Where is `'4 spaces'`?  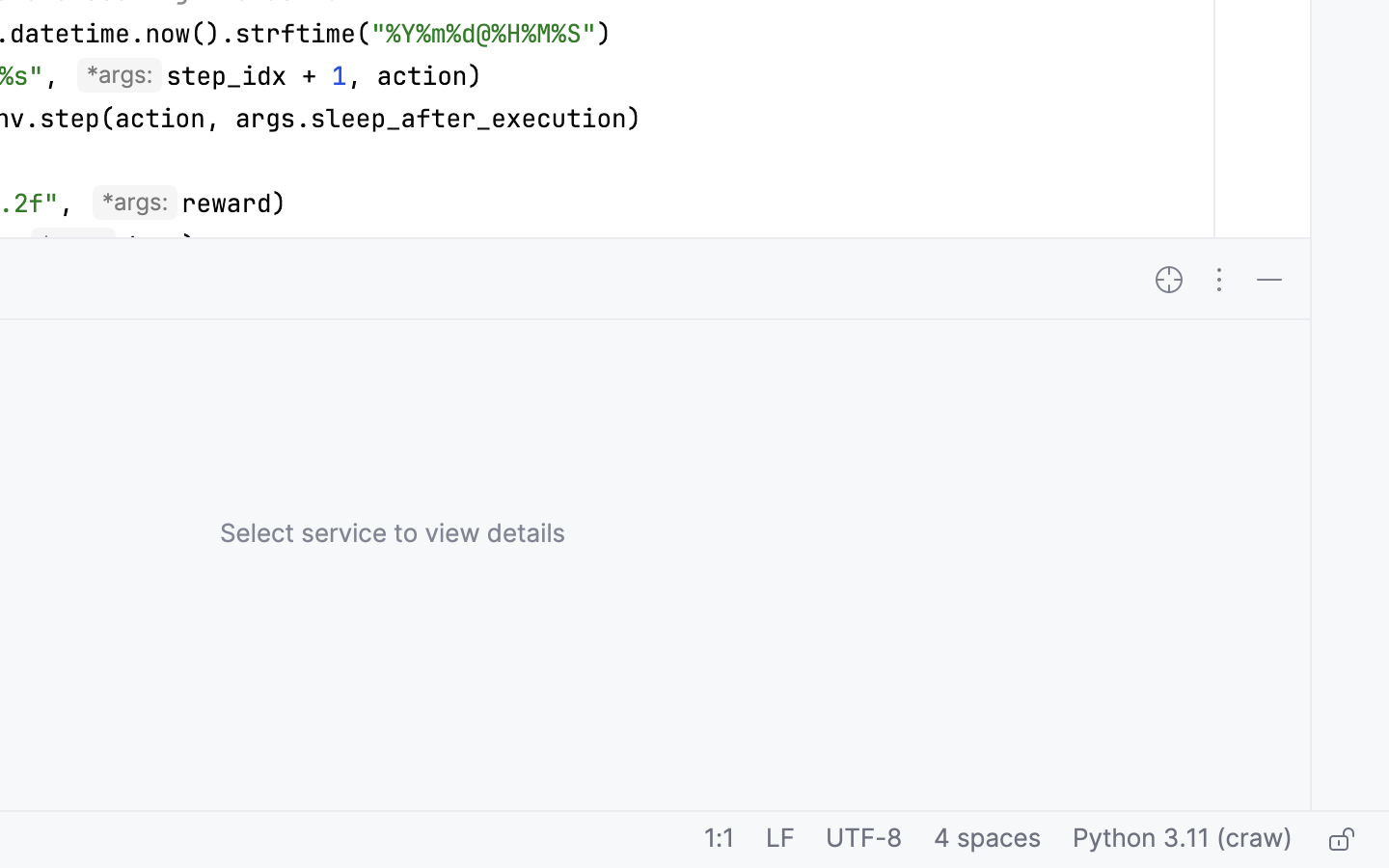
'4 spaces' is located at coordinates (987, 840).